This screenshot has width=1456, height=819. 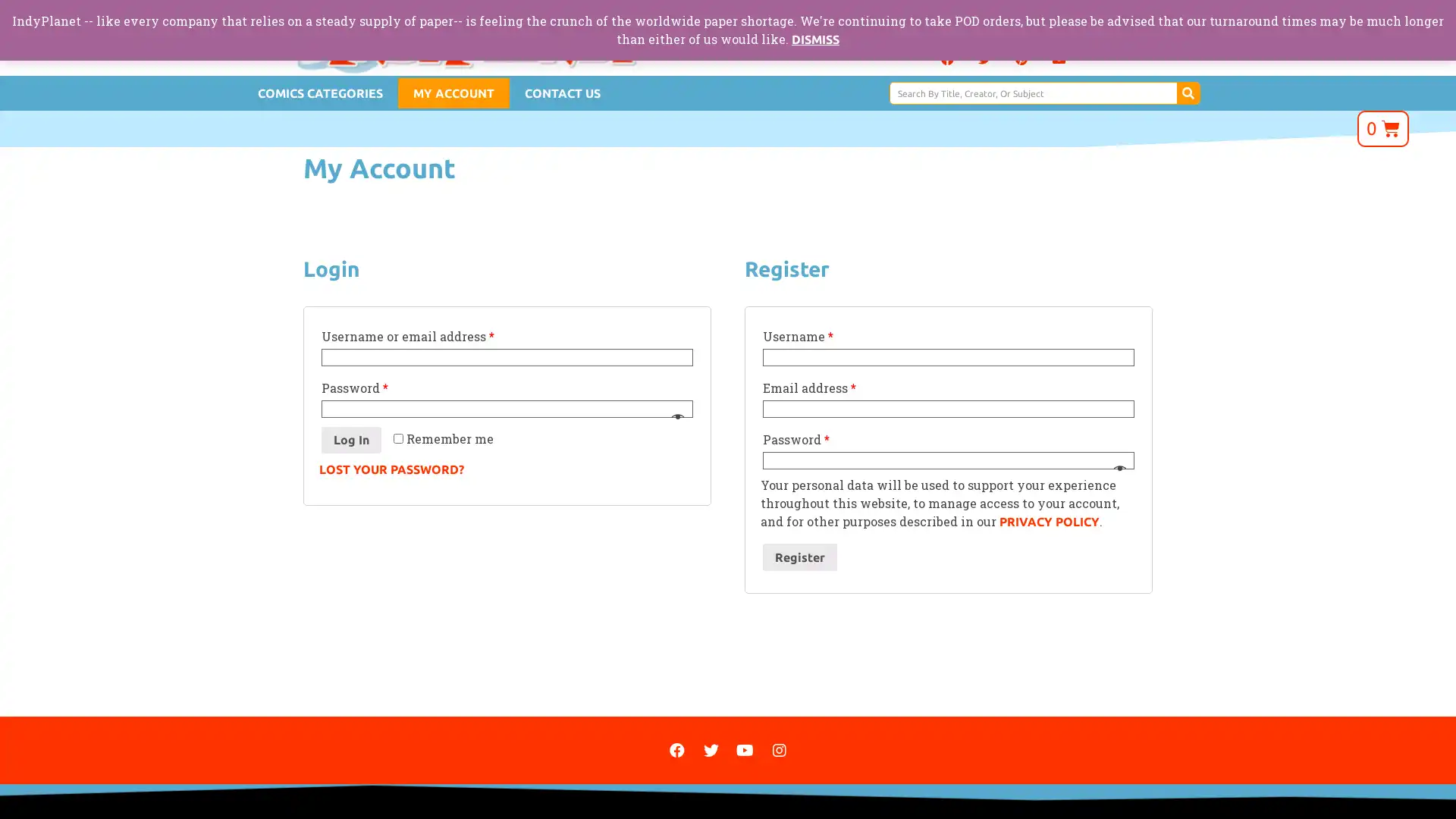 What do you see at coordinates (799, 556) in the screenshot?
I see `Register` at bounding box center [799, 556].